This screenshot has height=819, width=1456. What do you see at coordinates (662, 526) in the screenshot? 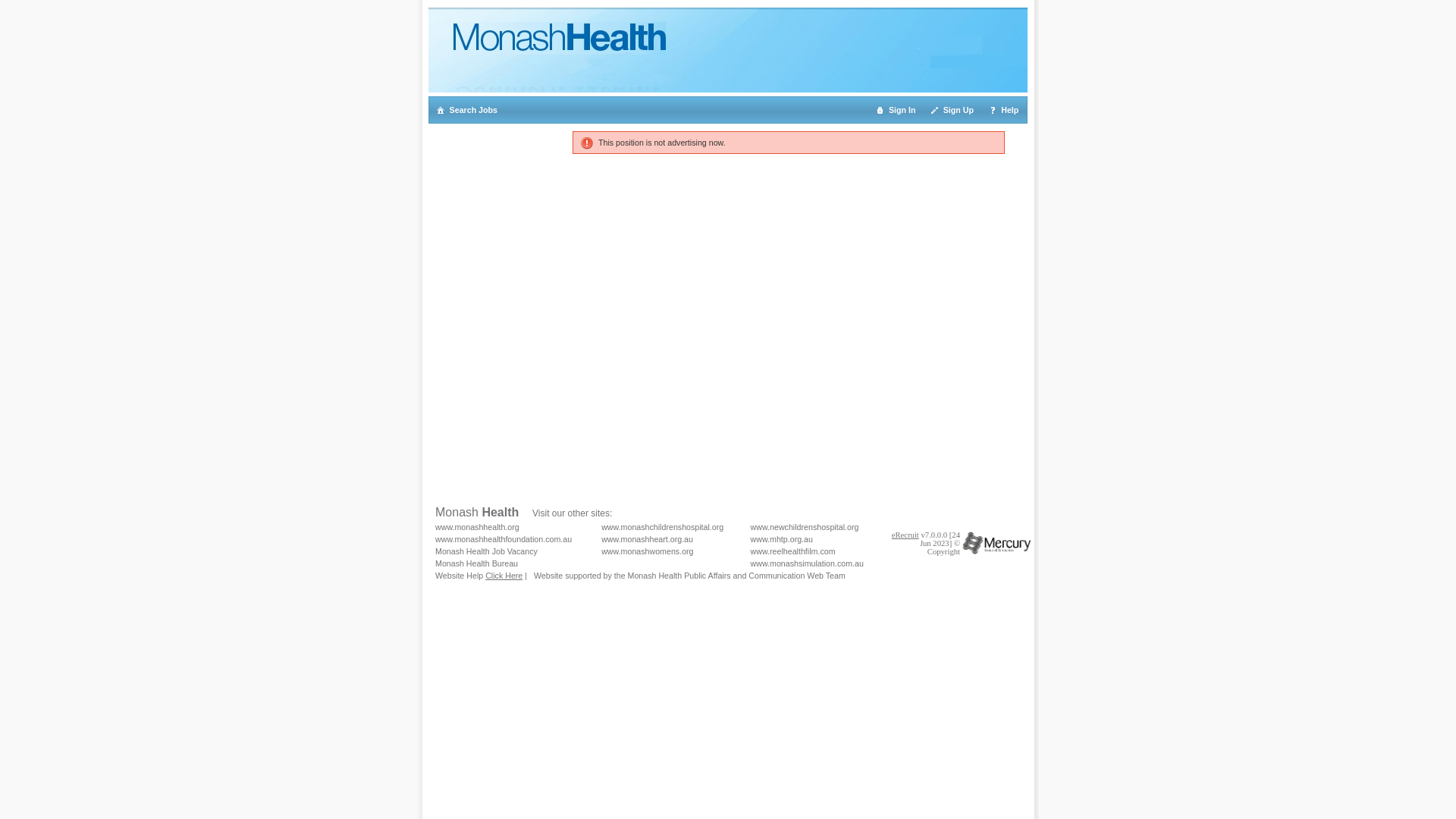
I see `'www.monashchildrenshospital.org'` at bounding box center [662, 526].